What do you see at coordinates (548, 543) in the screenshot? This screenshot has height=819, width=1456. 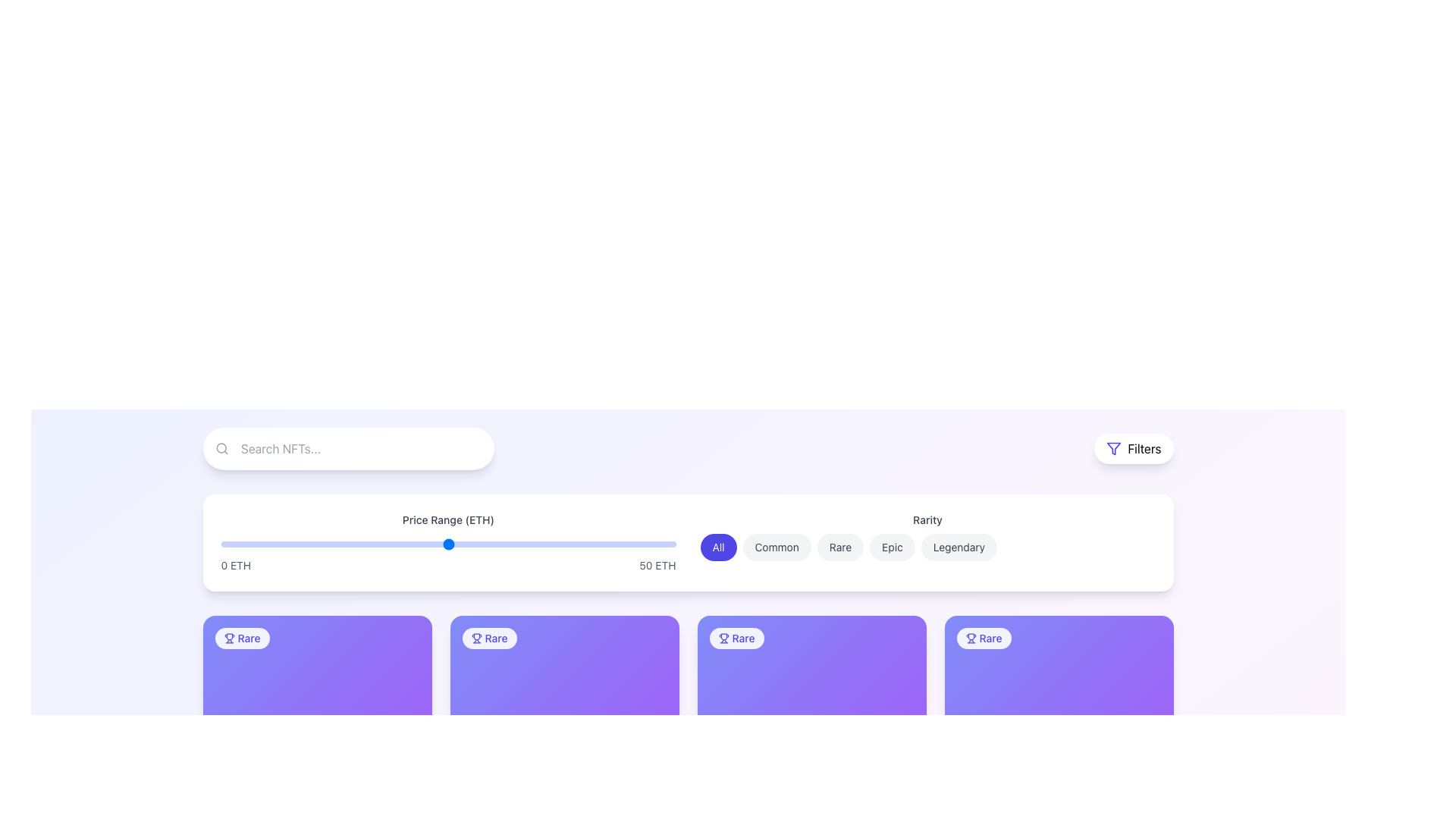 I see `the slider value` at bounding box center [548, 543].